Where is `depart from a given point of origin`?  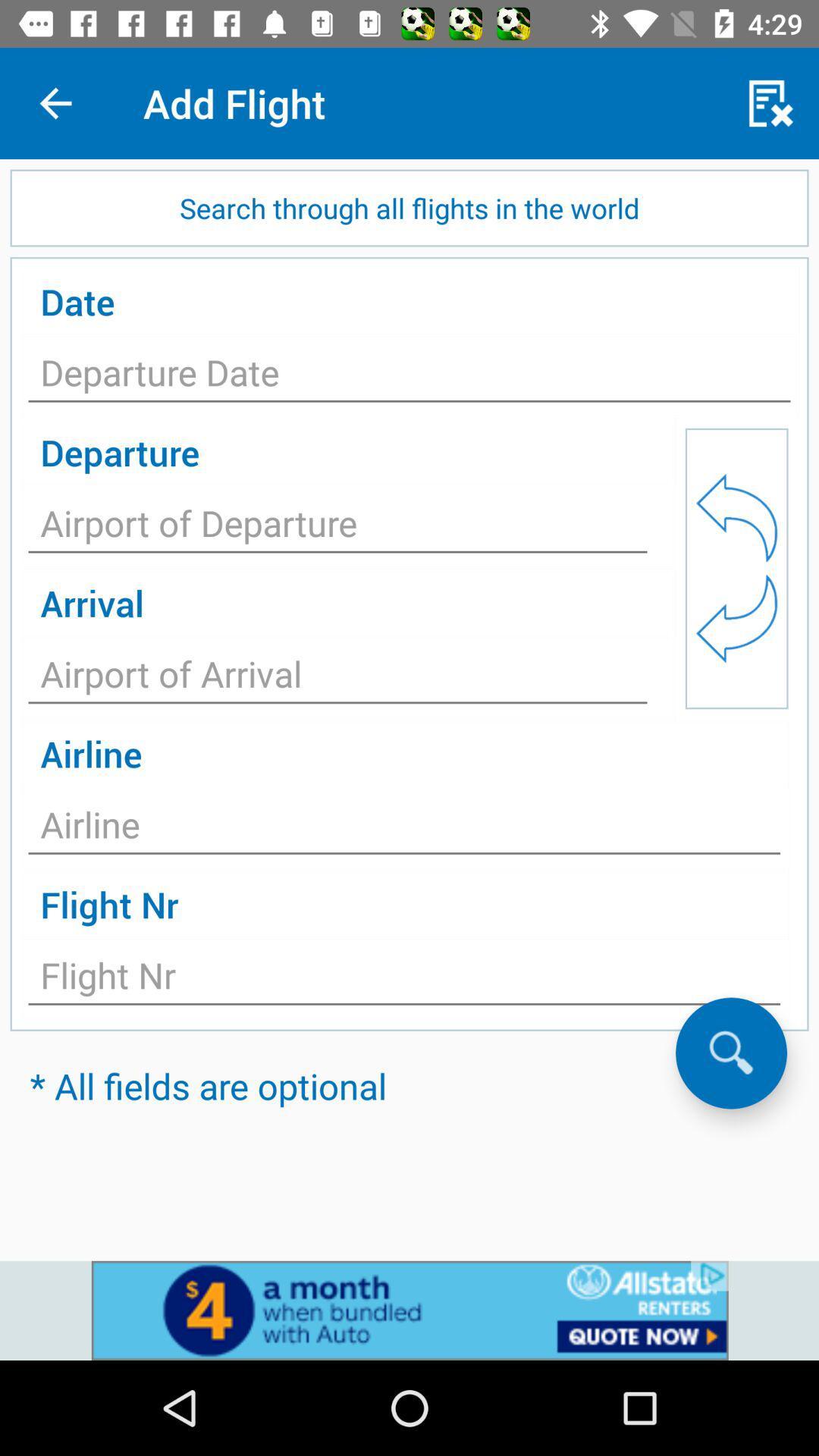
depart from a given point of origin is located at coordinates (337, 528).